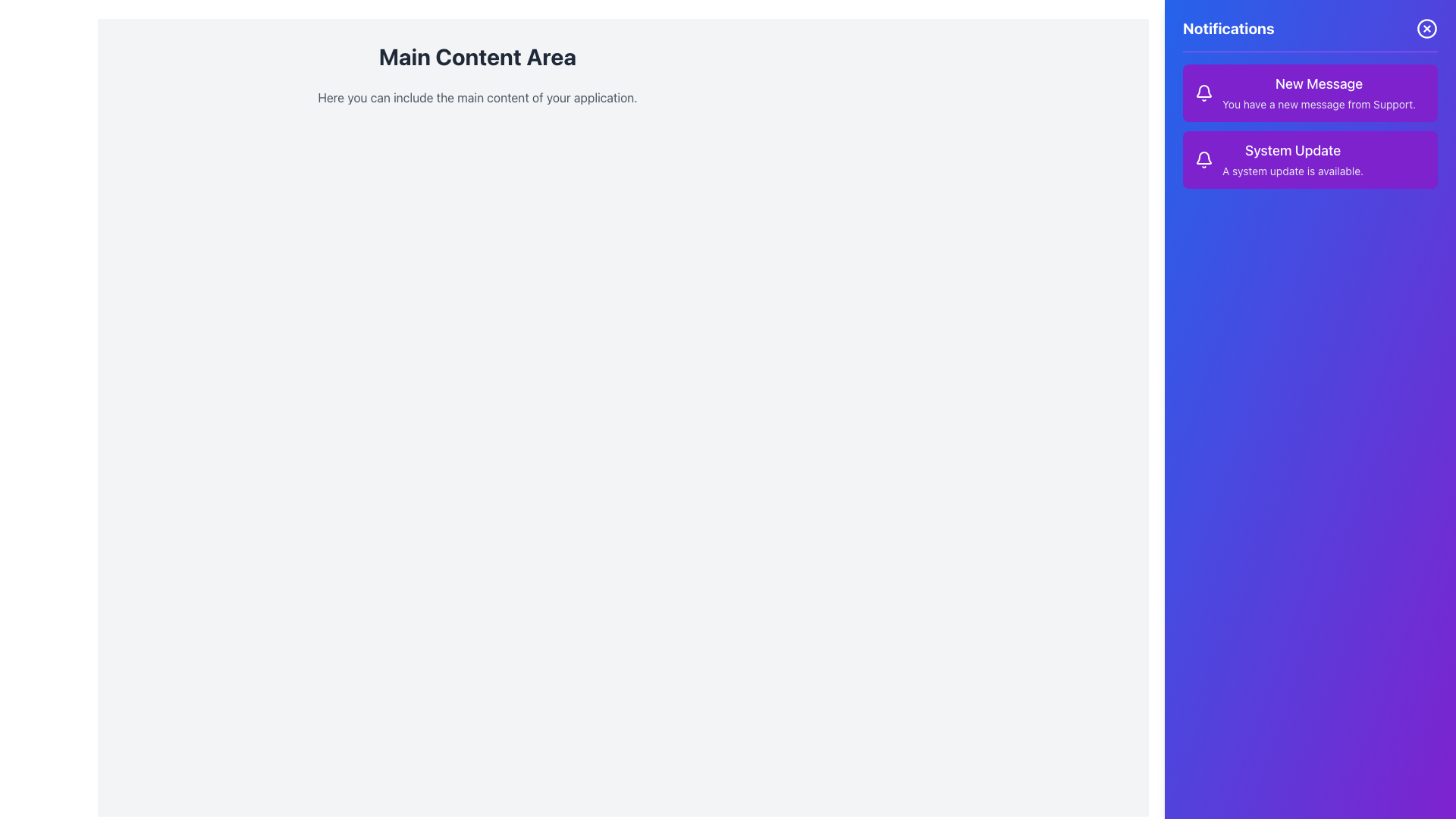 Image resolution: width=1456 pixels, height=819 pixels. I want to click on the text element that provides notification content about a system update, located in the second notification card of the right-hand notifications panel, so click(1291, 160).